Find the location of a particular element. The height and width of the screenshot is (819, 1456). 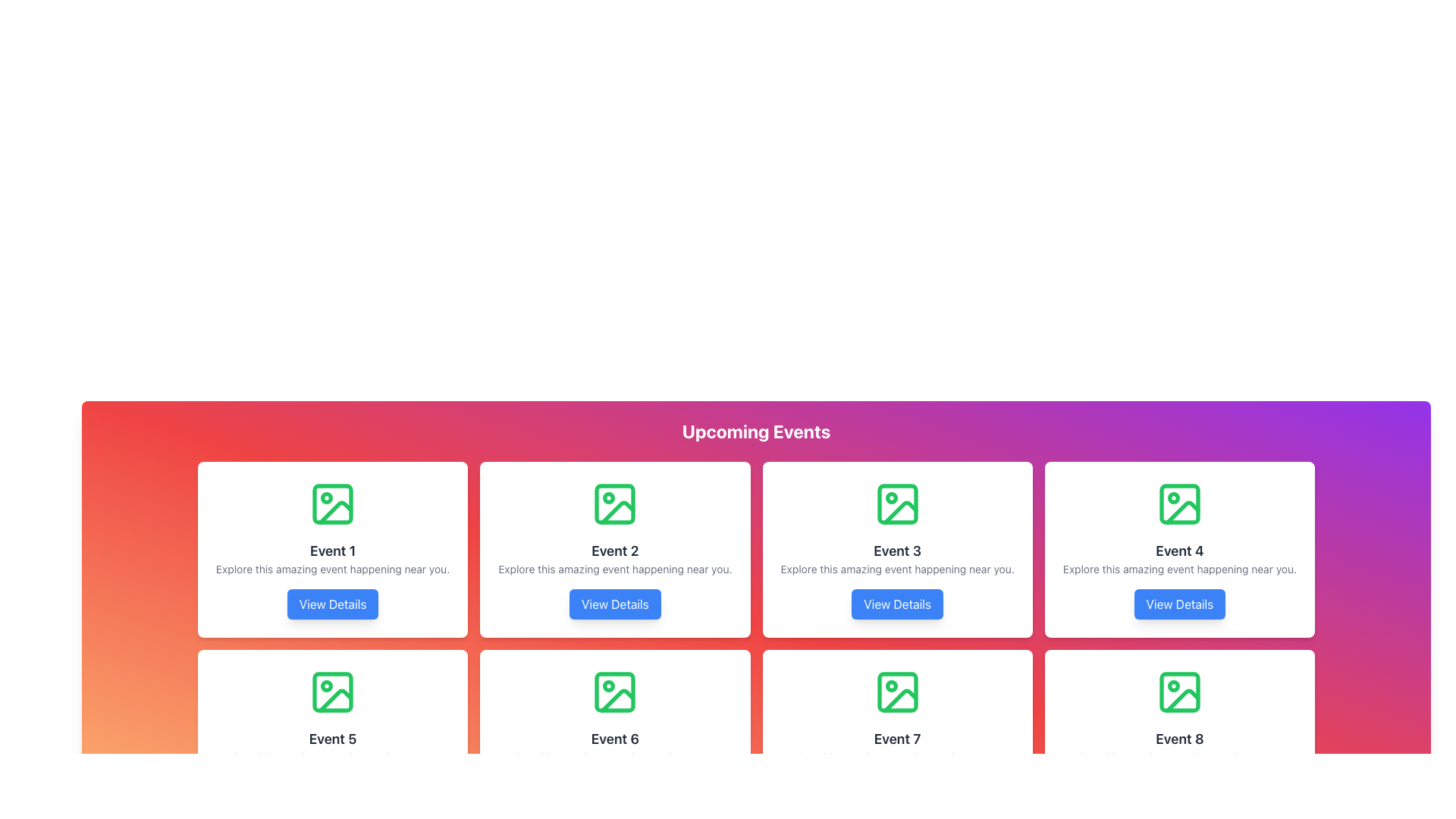

the image icon with a green outline resembling a placeholder image, located at the top-left corner of the first event card in the grid is located at coordinates (332, 504).